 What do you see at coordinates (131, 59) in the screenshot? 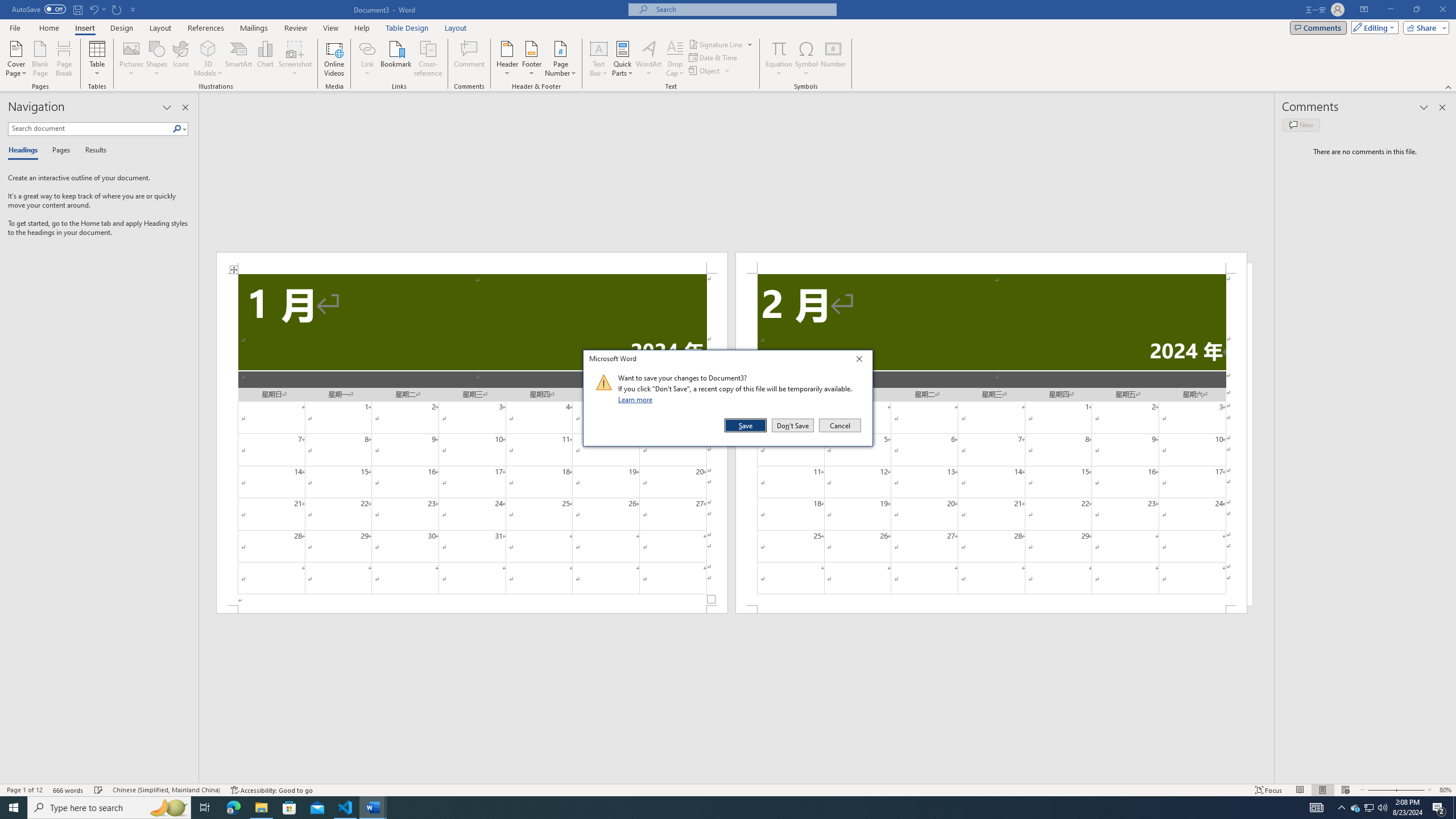
I see `'Pictures'` at bounding box center [131, 59].